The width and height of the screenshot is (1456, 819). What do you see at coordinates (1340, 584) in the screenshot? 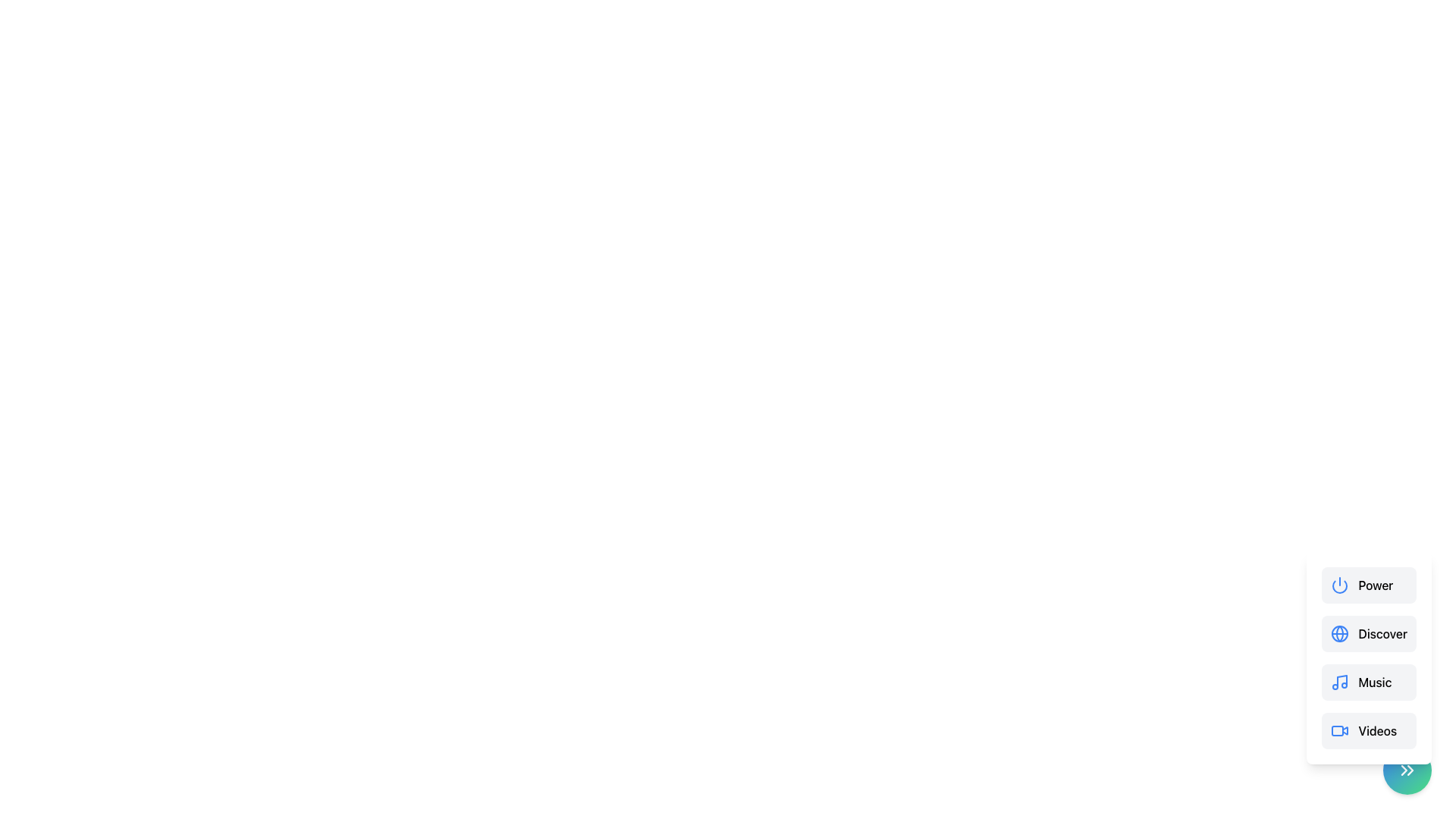
I see `the power symbol icon, which is colored blue and located next to the word 'Power' in the first menu item of a vertical list` at bounding box center [1340, 584].